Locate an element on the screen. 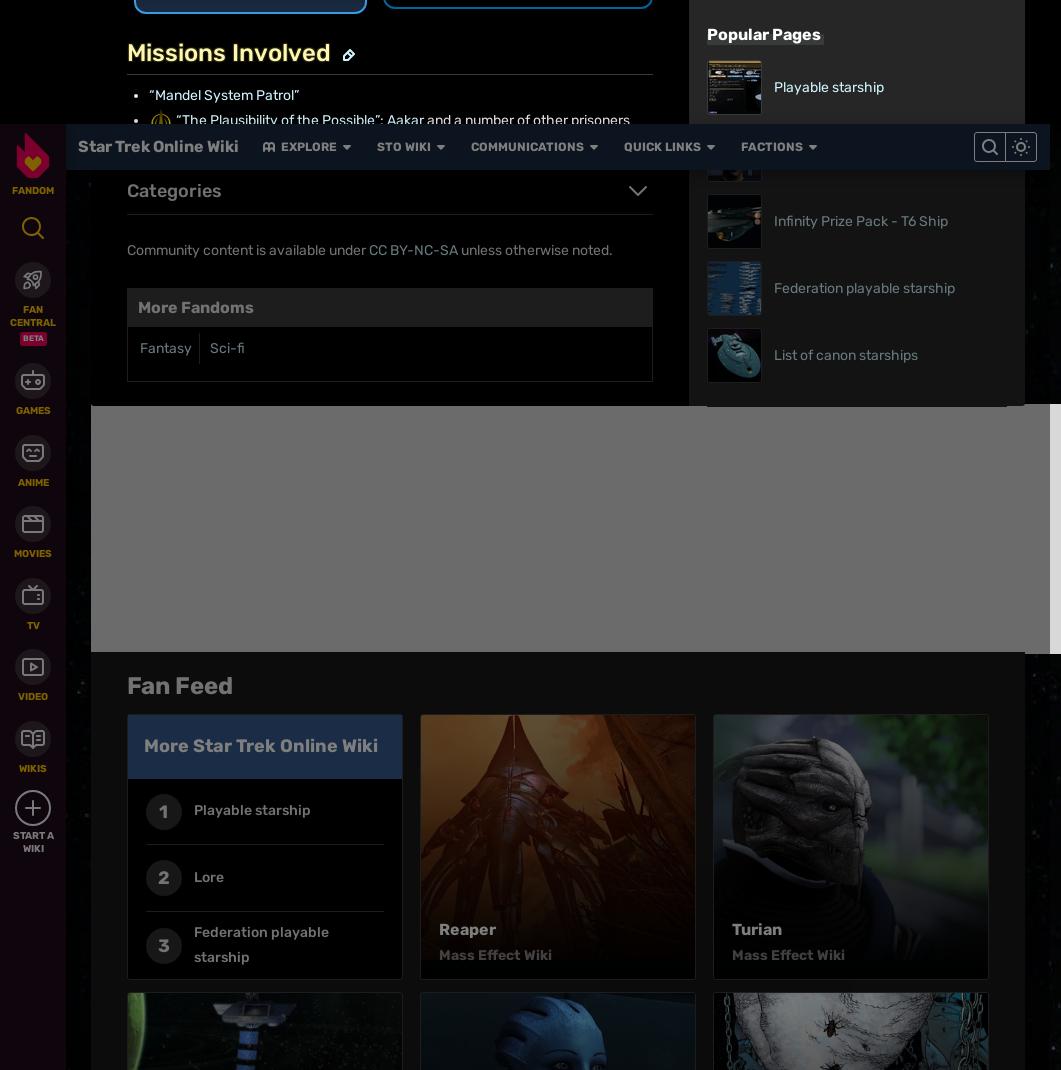 The image size is (1061, 1070). 'What is Fandom?' is located at coordinates (381, 561).